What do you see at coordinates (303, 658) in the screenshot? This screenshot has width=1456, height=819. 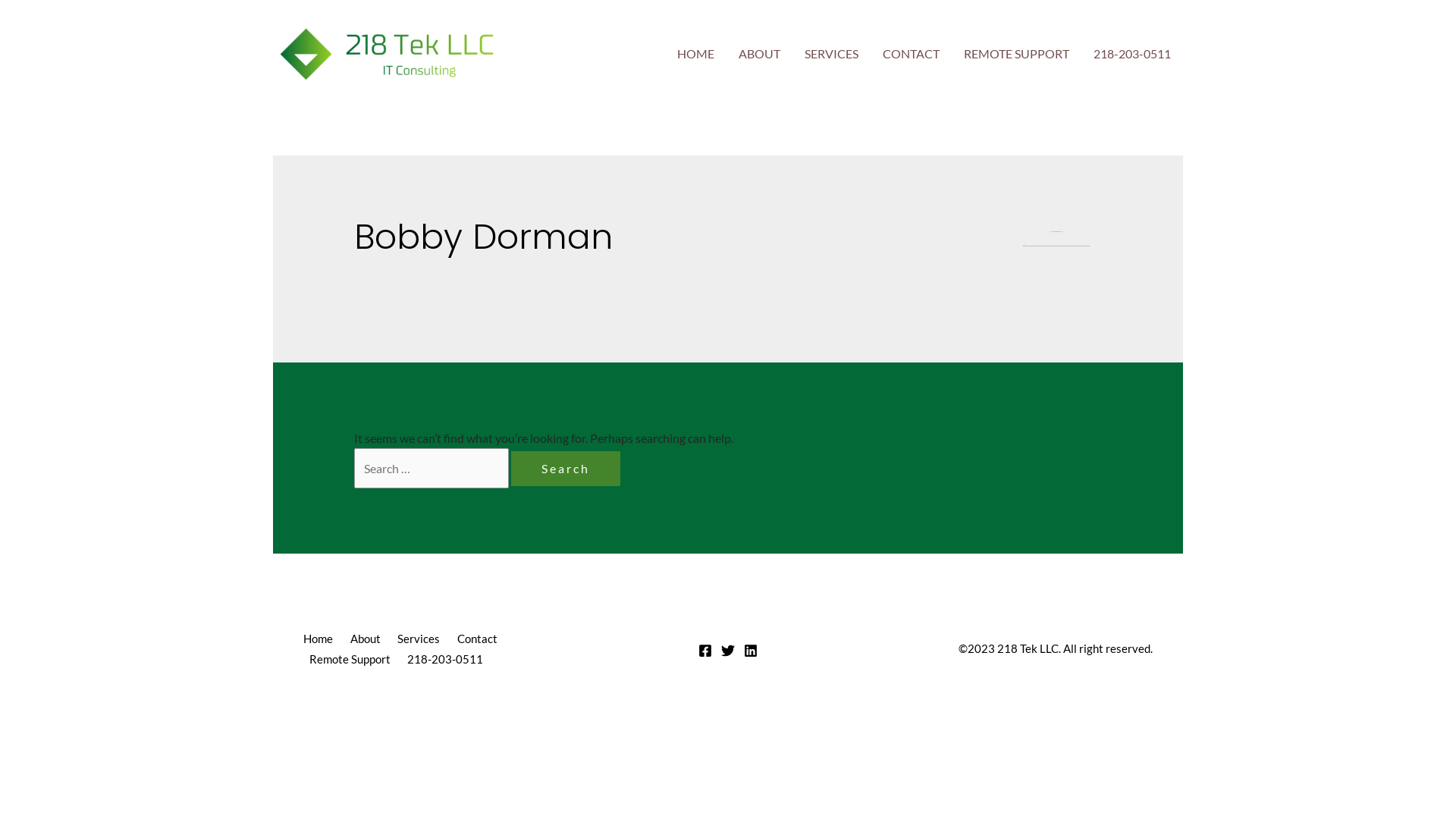 I see `'Remote Support'` at bounding box center [303, 658].